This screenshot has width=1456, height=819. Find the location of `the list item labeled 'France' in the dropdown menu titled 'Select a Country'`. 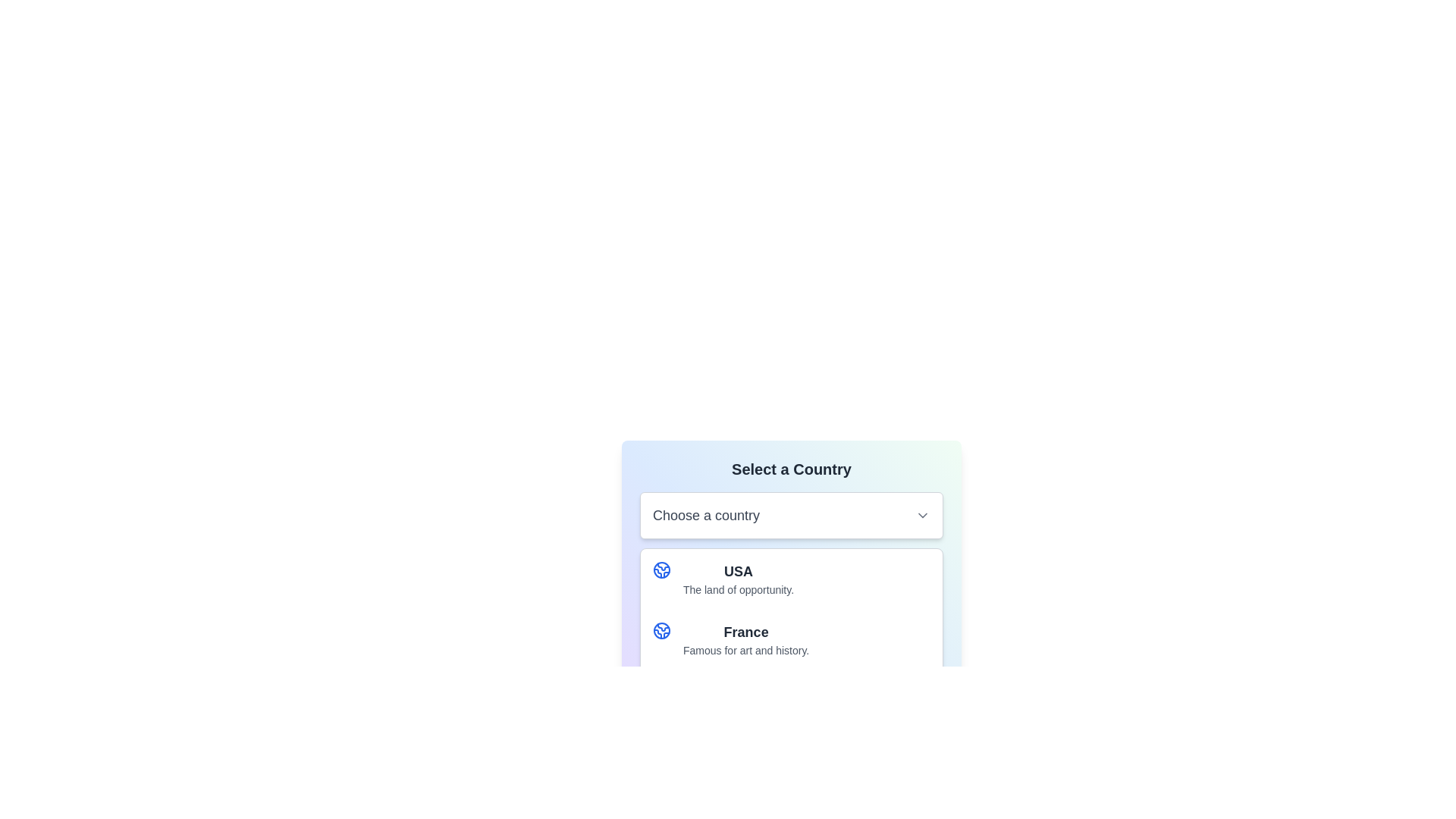

the list item labeled 'France' in the dropdown menu titled 'Select a Country' is located at coordinates (746, 640).